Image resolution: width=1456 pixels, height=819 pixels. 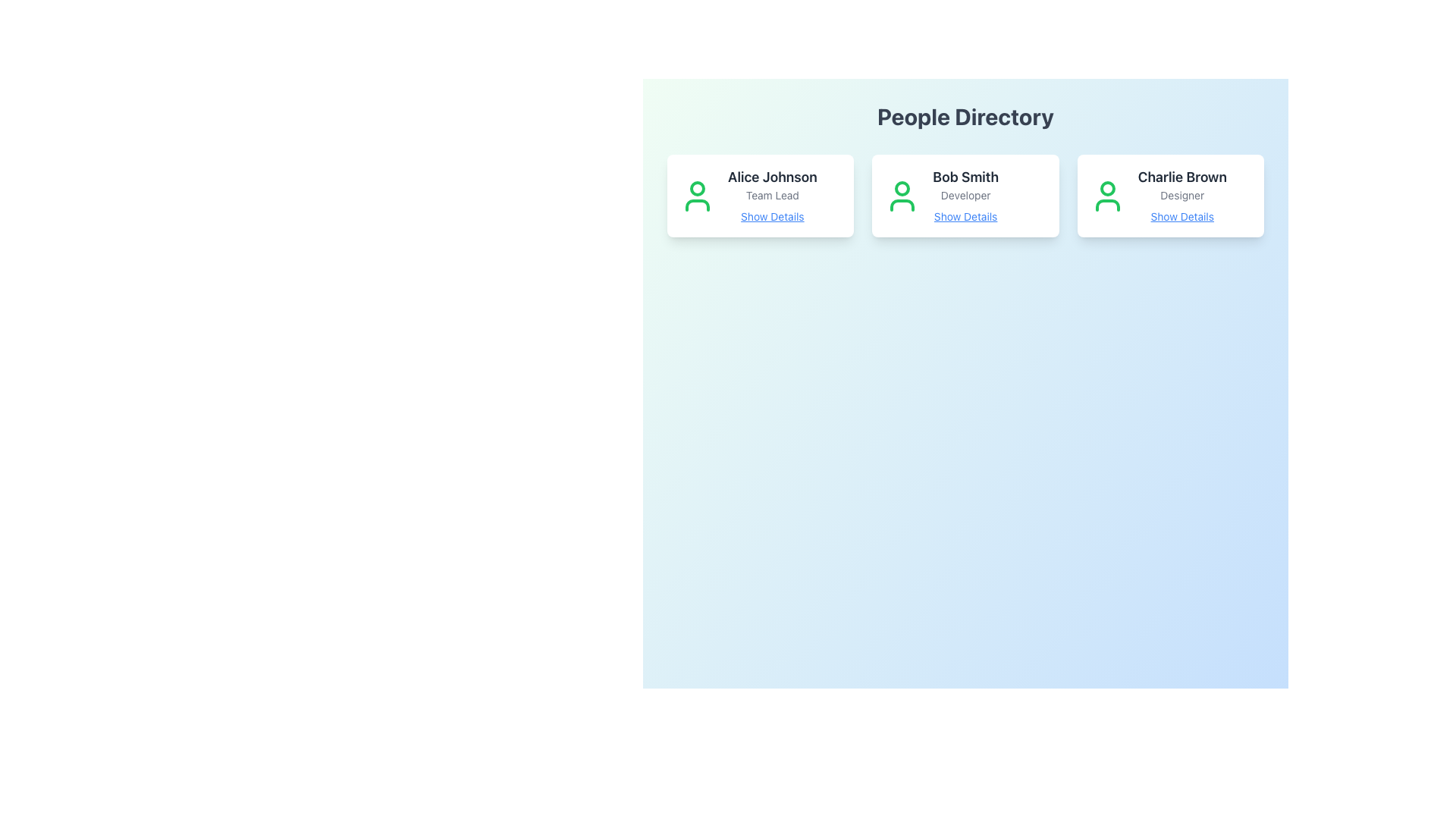 I want to click on the Text Label indicating 'Team Lead' which is positioned below 'Alice Johnson' and above 'Show Details', so click(x=772, y=195).